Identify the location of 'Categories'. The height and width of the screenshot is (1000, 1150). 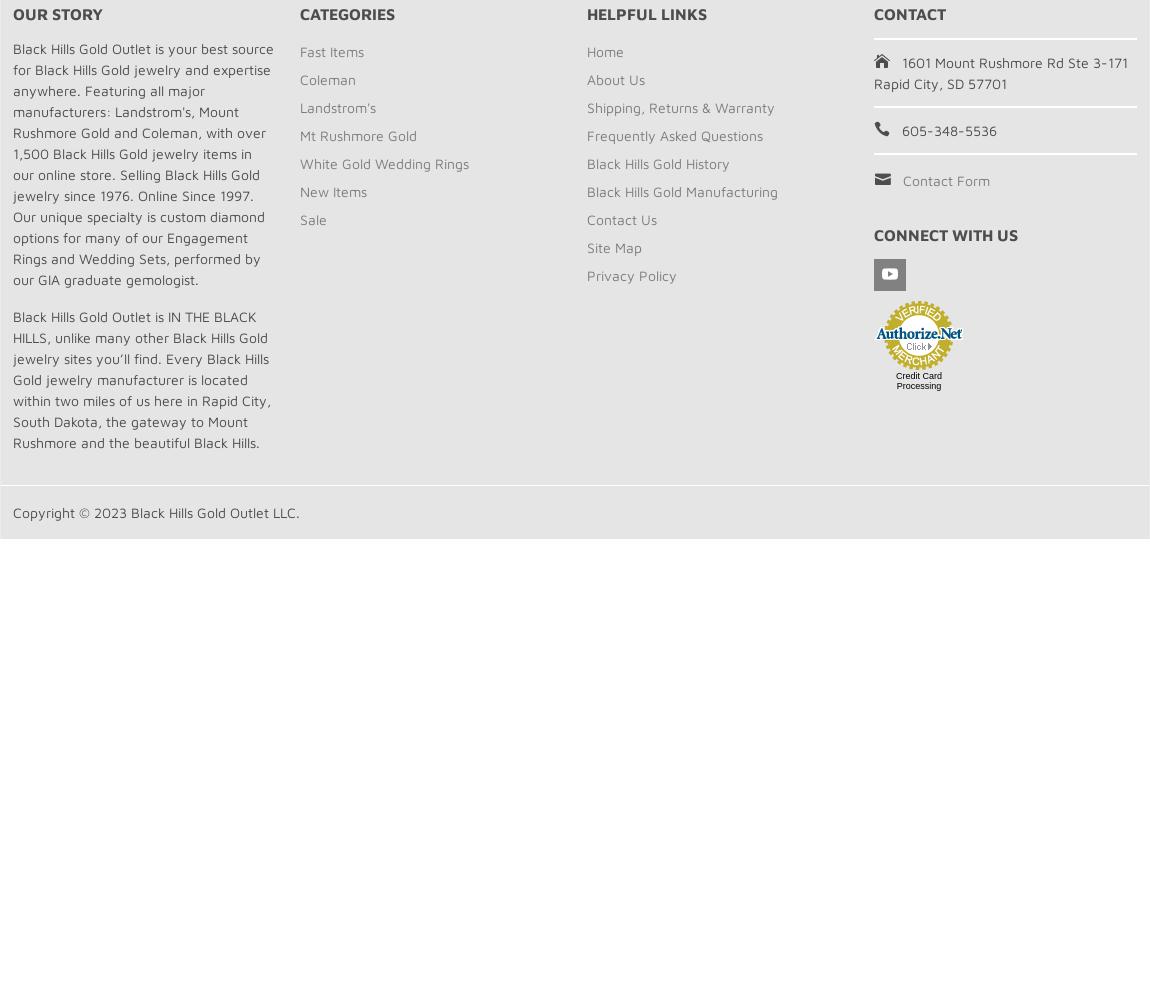
(347, 14).